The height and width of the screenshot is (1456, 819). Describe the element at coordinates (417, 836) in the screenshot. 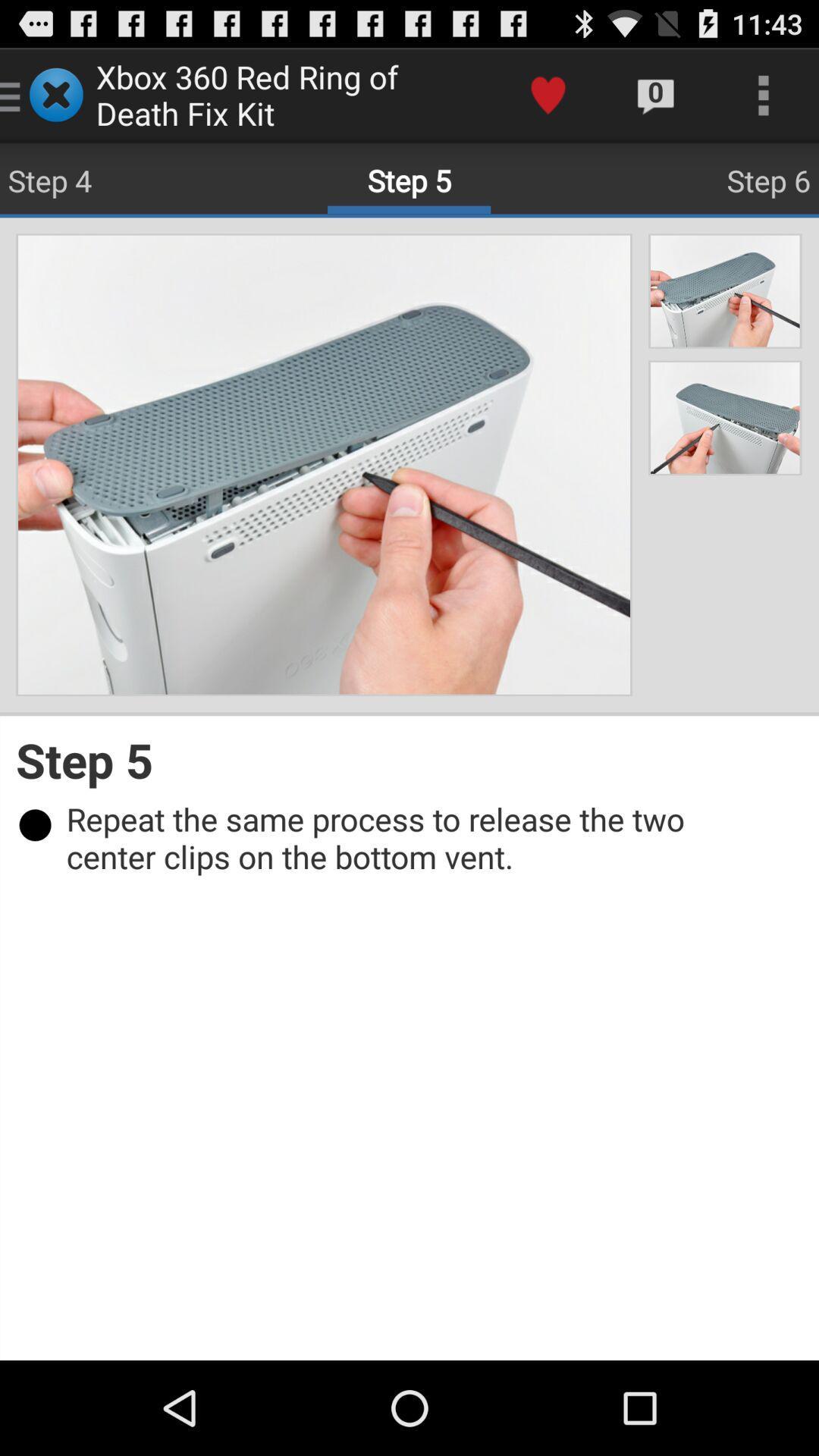

I see `repeat the same item` at that location.